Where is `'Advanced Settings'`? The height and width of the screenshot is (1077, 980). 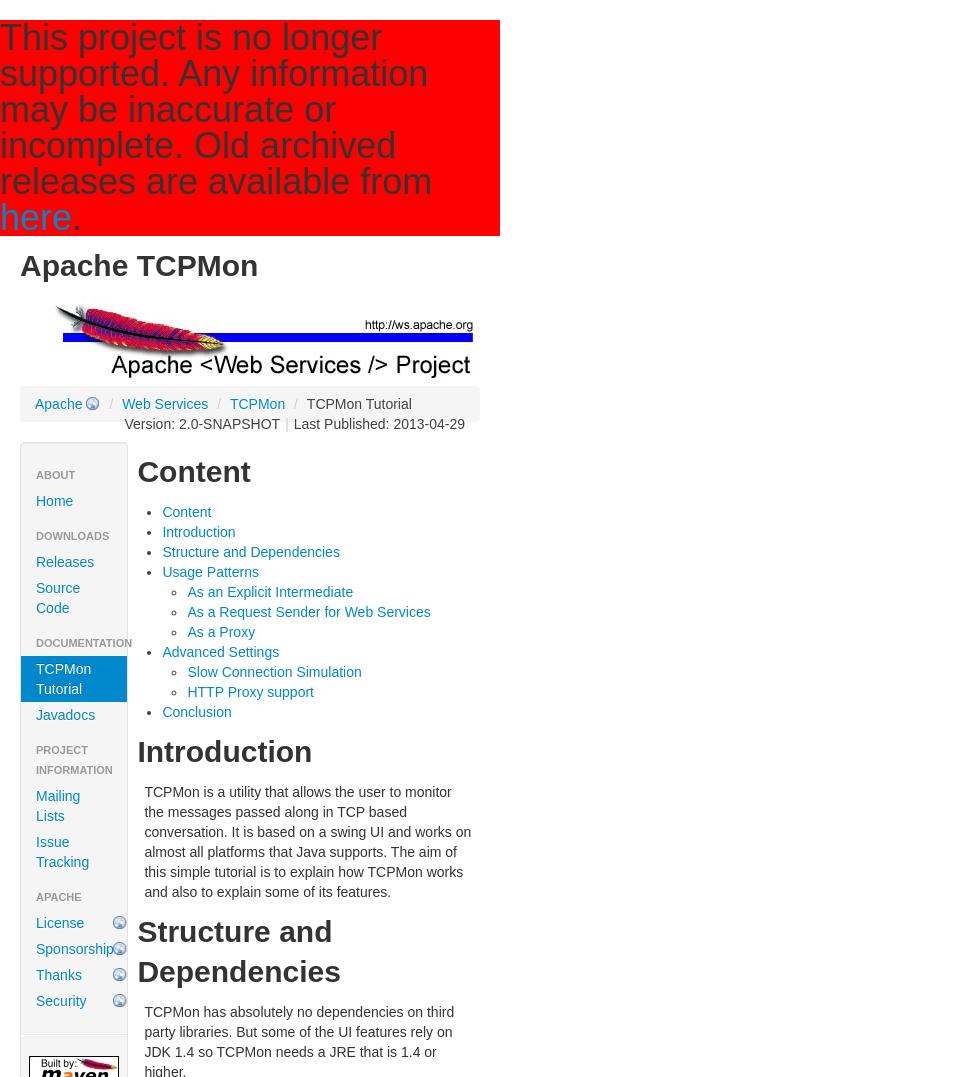 'Advanced Settings' is located at coordinates (220, 652).